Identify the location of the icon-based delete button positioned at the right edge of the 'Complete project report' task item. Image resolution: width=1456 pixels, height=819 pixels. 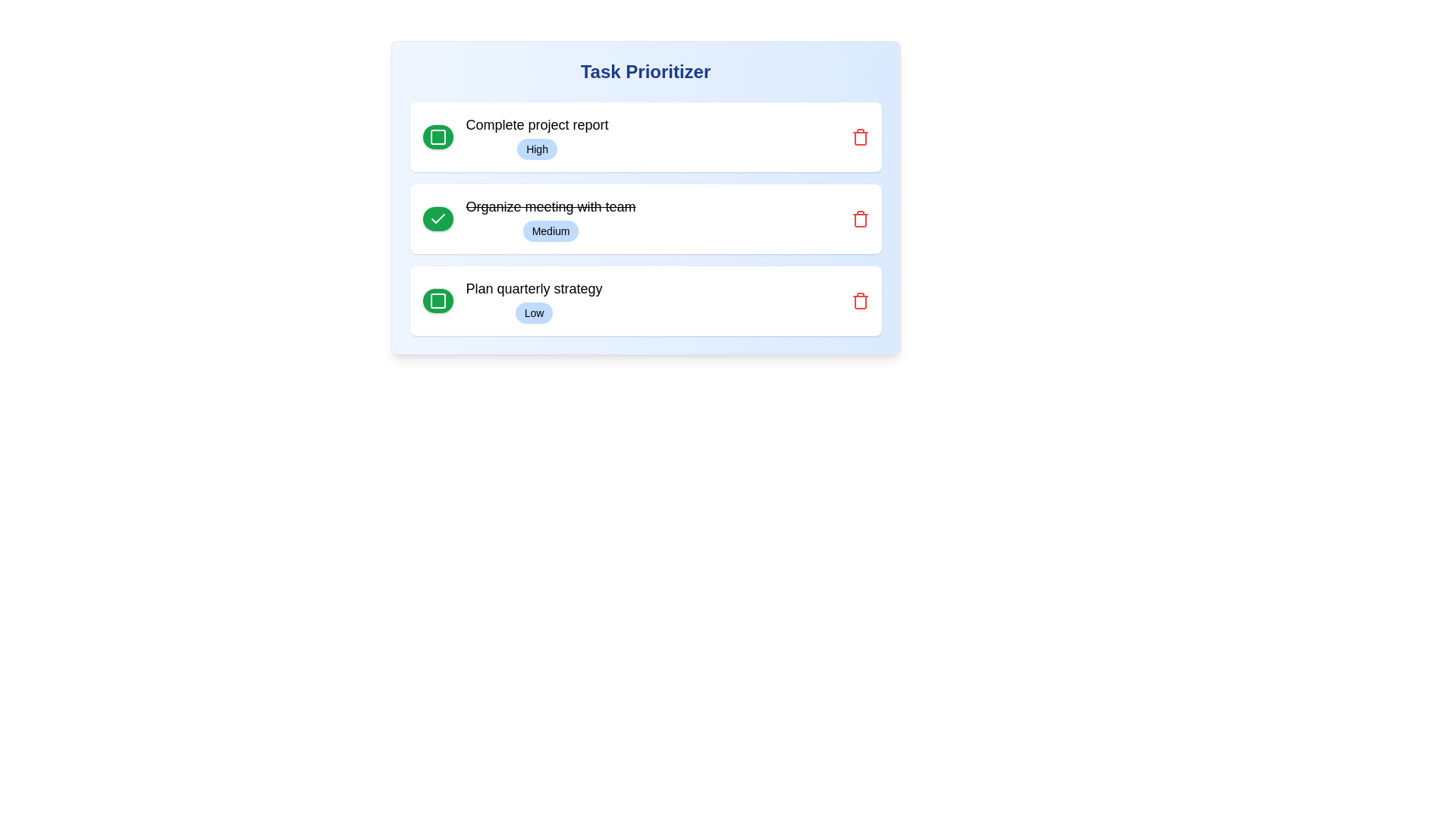
(860, 137).